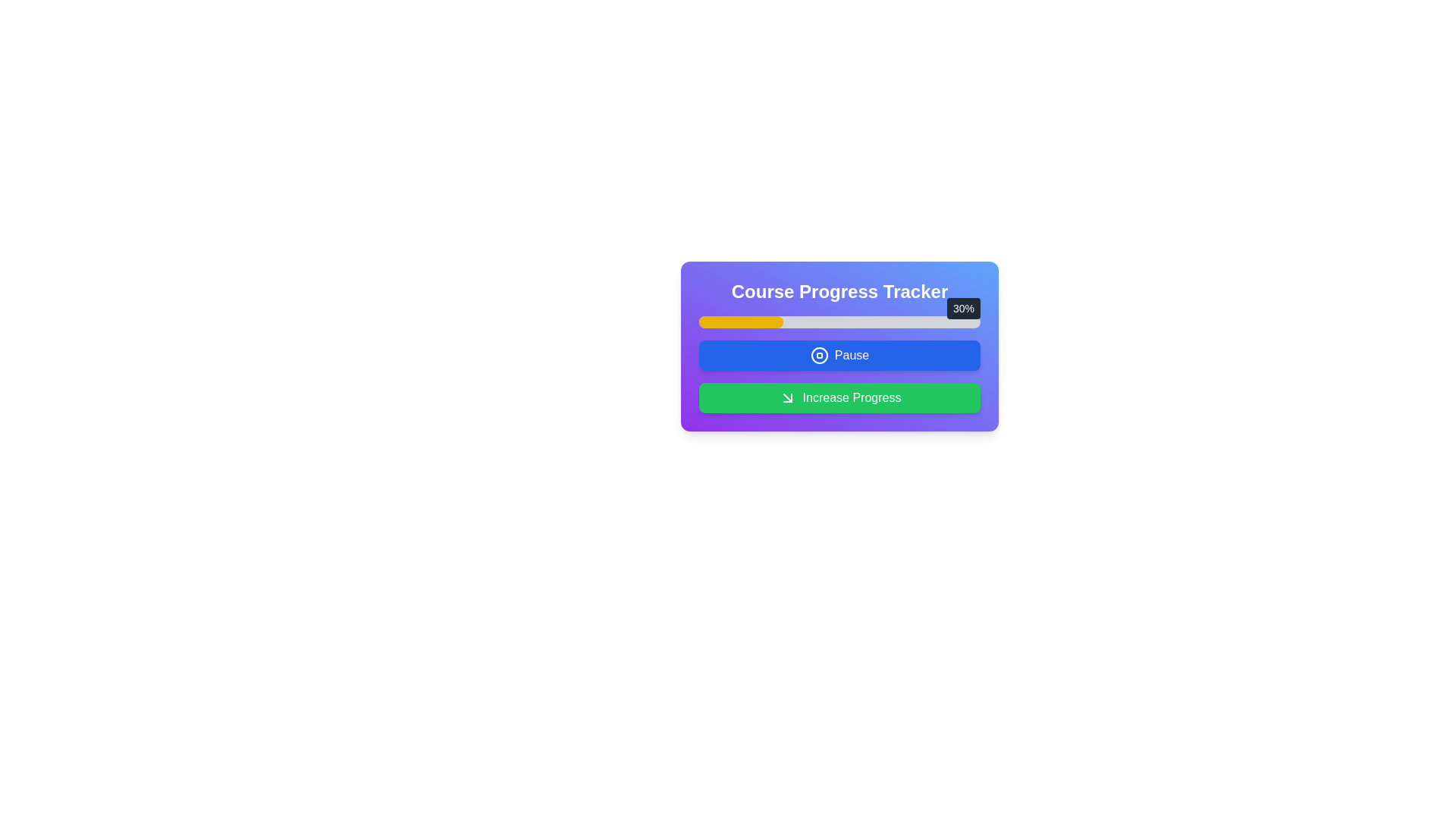 The height and width of the screenshot is (819, 1456). Describe the element at coordinates (963, 308) in the screenshot. I see `the static text element displaying '30%' which is located above the right end of the horizontal progress bar in the Course Progress Tracker` at that location.